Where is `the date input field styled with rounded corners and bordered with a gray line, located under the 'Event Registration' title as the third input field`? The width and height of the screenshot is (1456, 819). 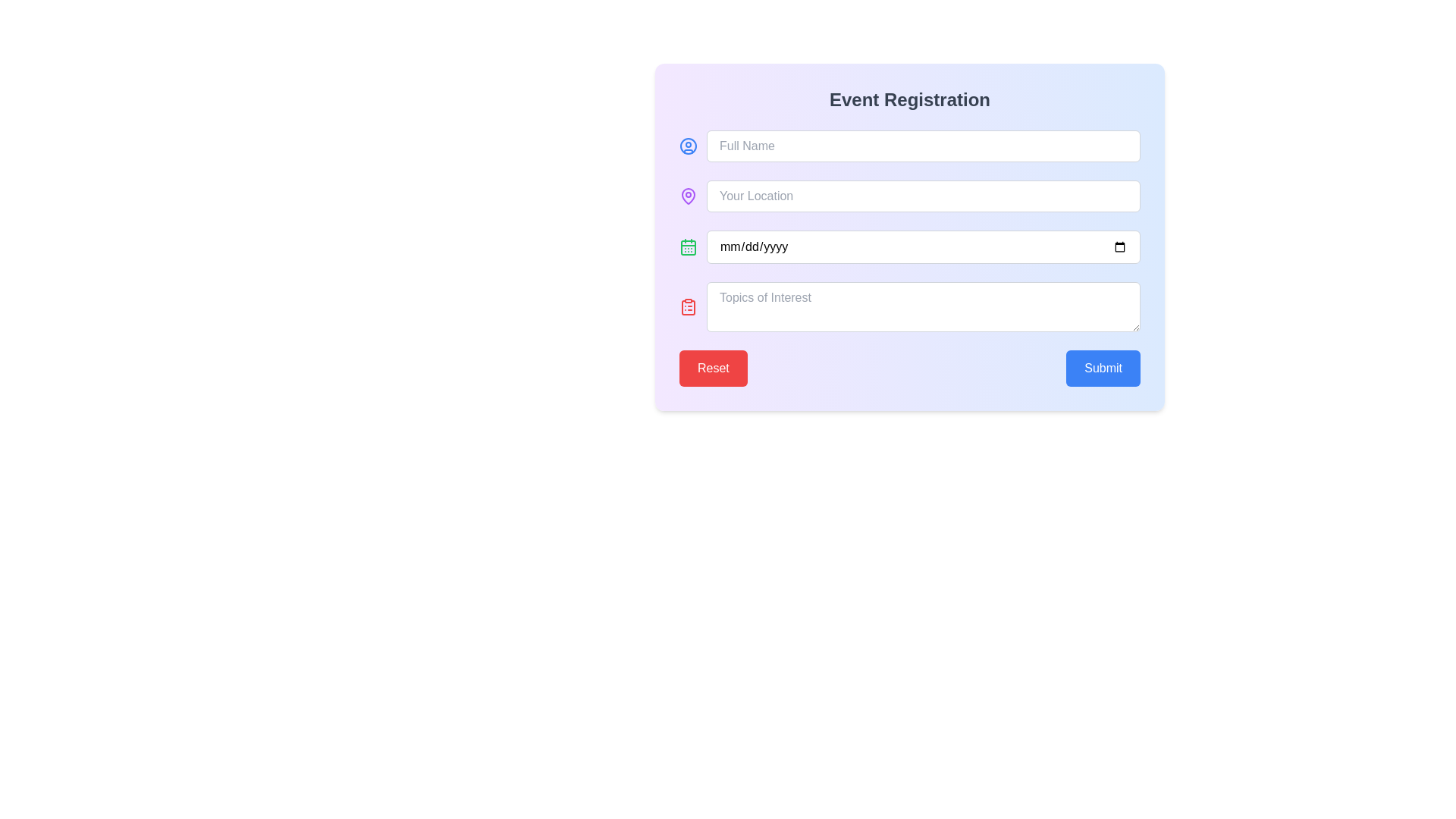
the date input field styled with rounded corners and bordered with a gray line, located under the 'Event Registration' title as the third input field is located at coordinates (923, 246).